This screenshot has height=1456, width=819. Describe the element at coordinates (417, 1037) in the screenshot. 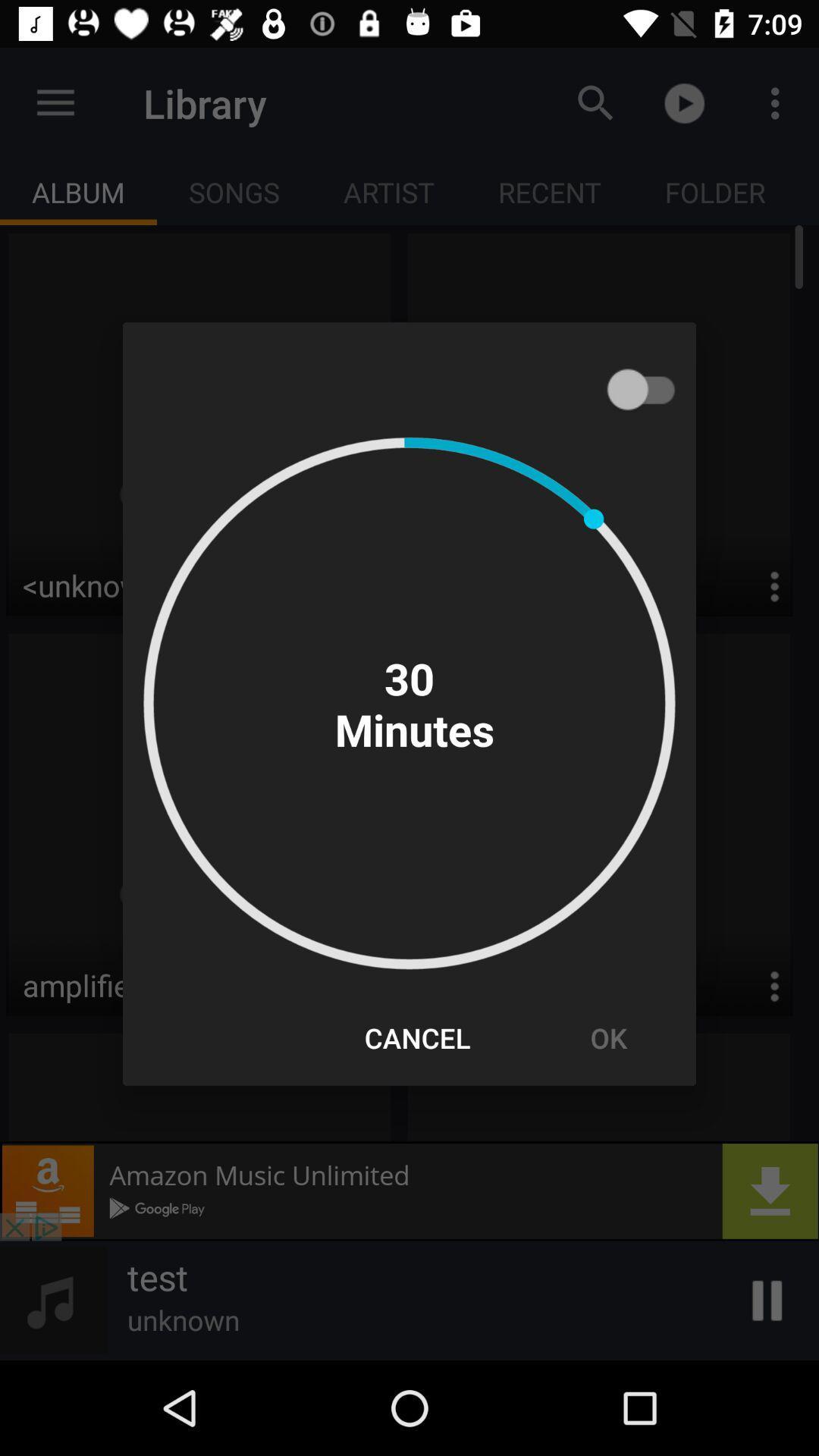

I see `the icon next to ok icon` at that location.